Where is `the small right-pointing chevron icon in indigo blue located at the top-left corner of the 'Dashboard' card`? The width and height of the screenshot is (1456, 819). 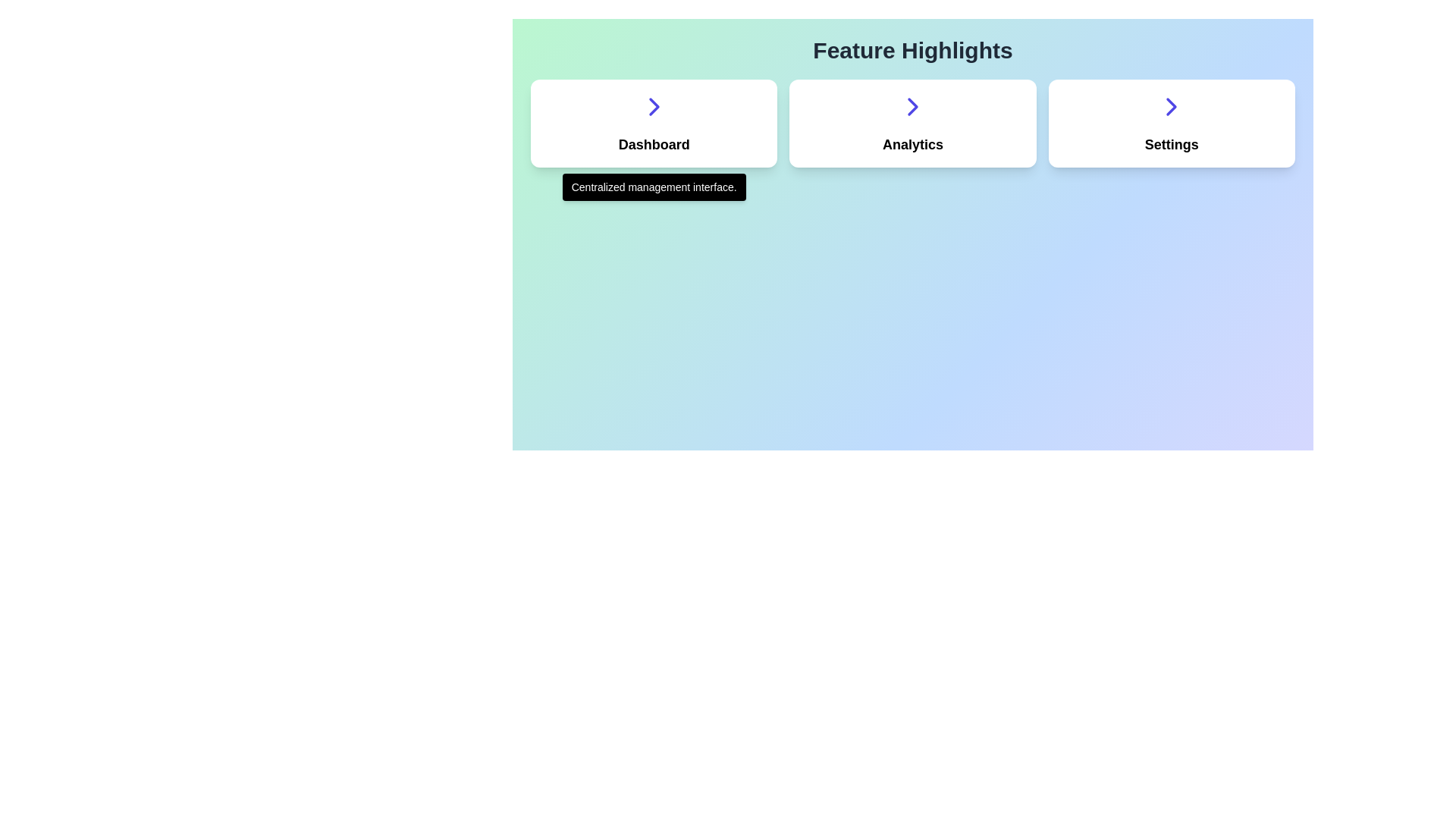
the small right-pointing chevron icon in indigo blue located at the top-left corner of the 'Dashboard' card is located at coordinates (654, 106).